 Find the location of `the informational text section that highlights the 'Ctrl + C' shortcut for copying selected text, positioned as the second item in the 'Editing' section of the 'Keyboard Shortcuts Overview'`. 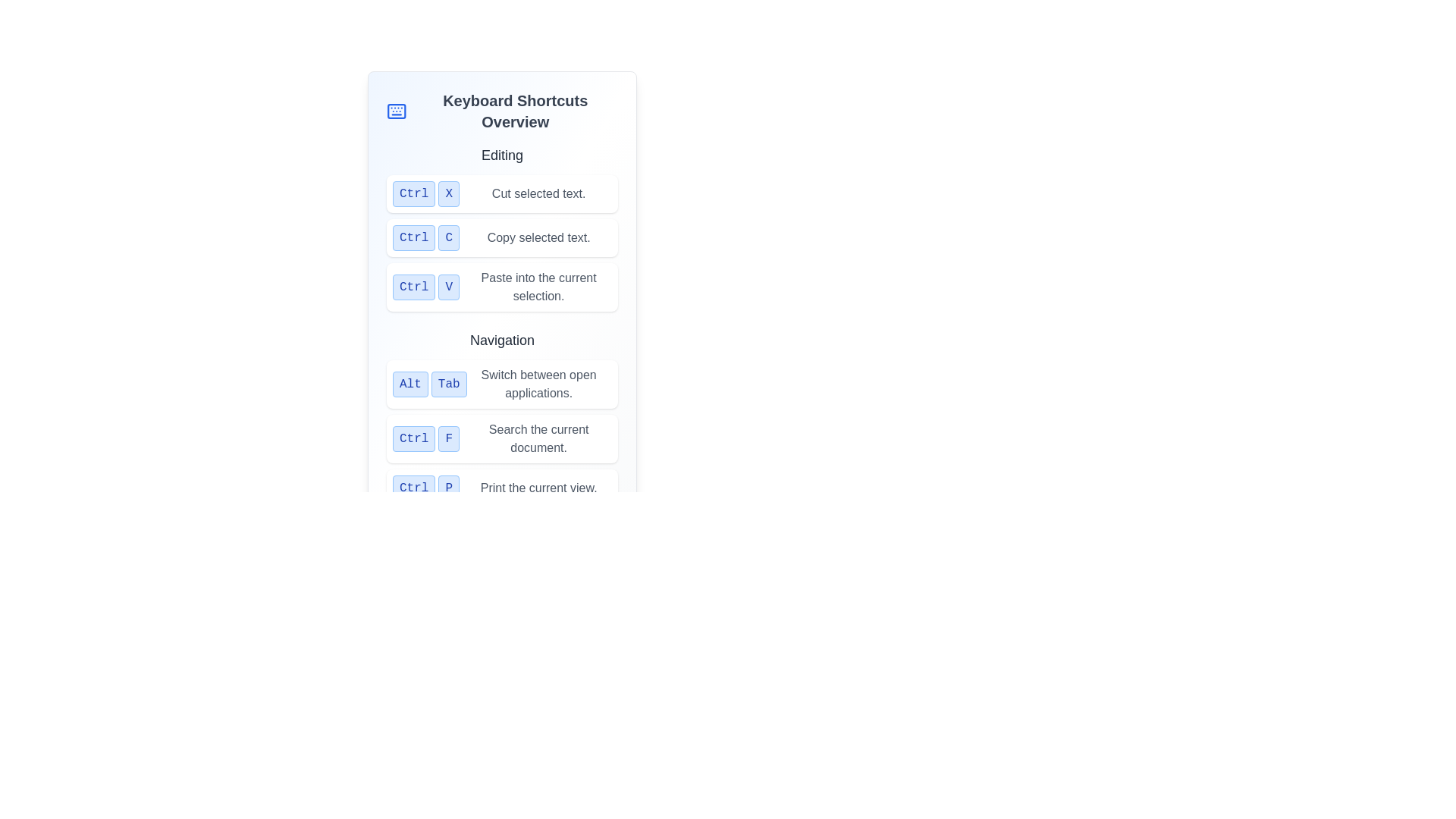

the informational text section that highlights the 'Ctrl + C' shortcut for copying selected text, positioned as the second item in the 'Editing' section of the 'Keyboard Shortcuts Overview' is located at coordinates (502, 227).